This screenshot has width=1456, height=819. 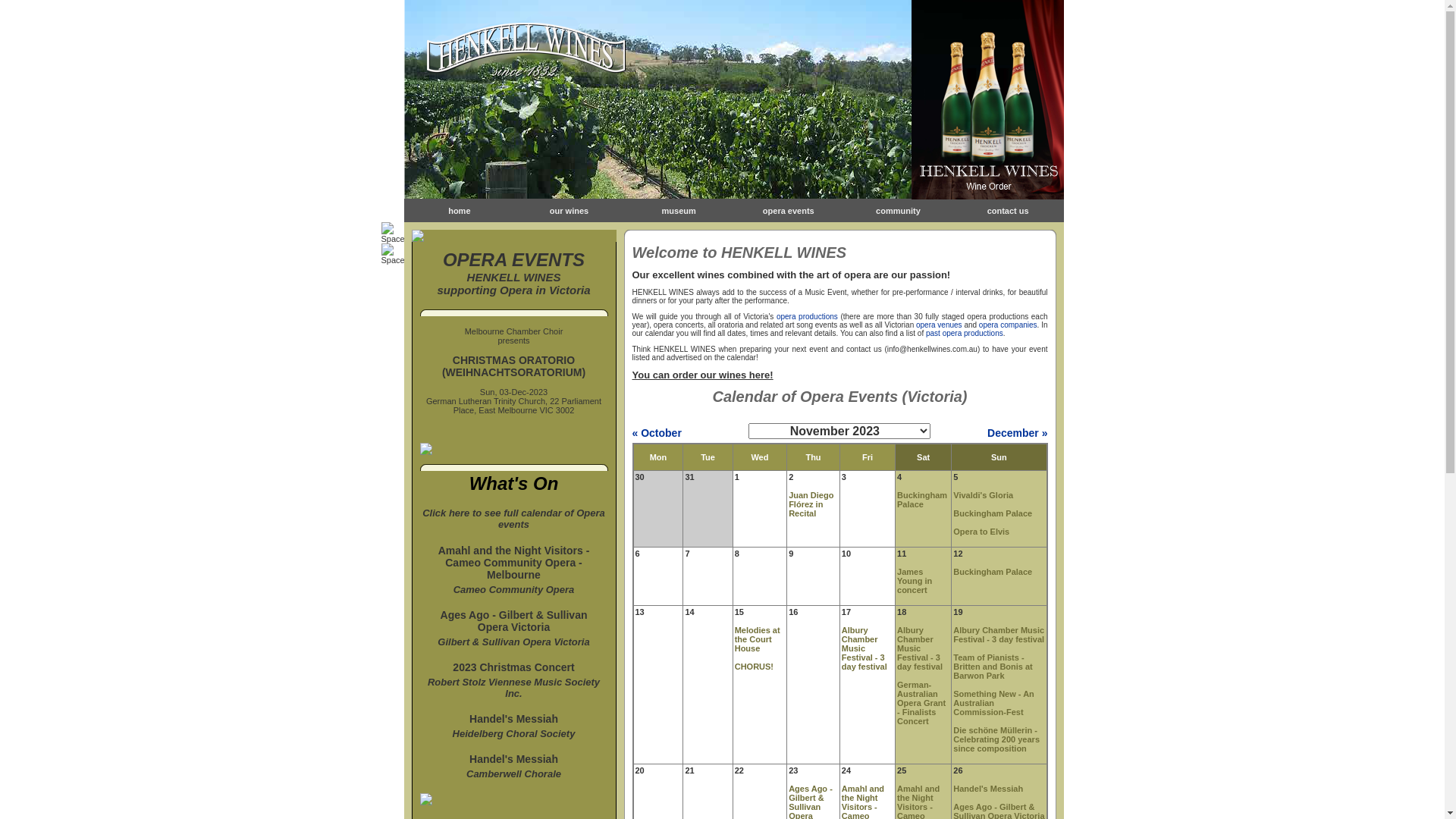 I want to click on 'info@henkellwines.com.au', so click(x=931, y=349).